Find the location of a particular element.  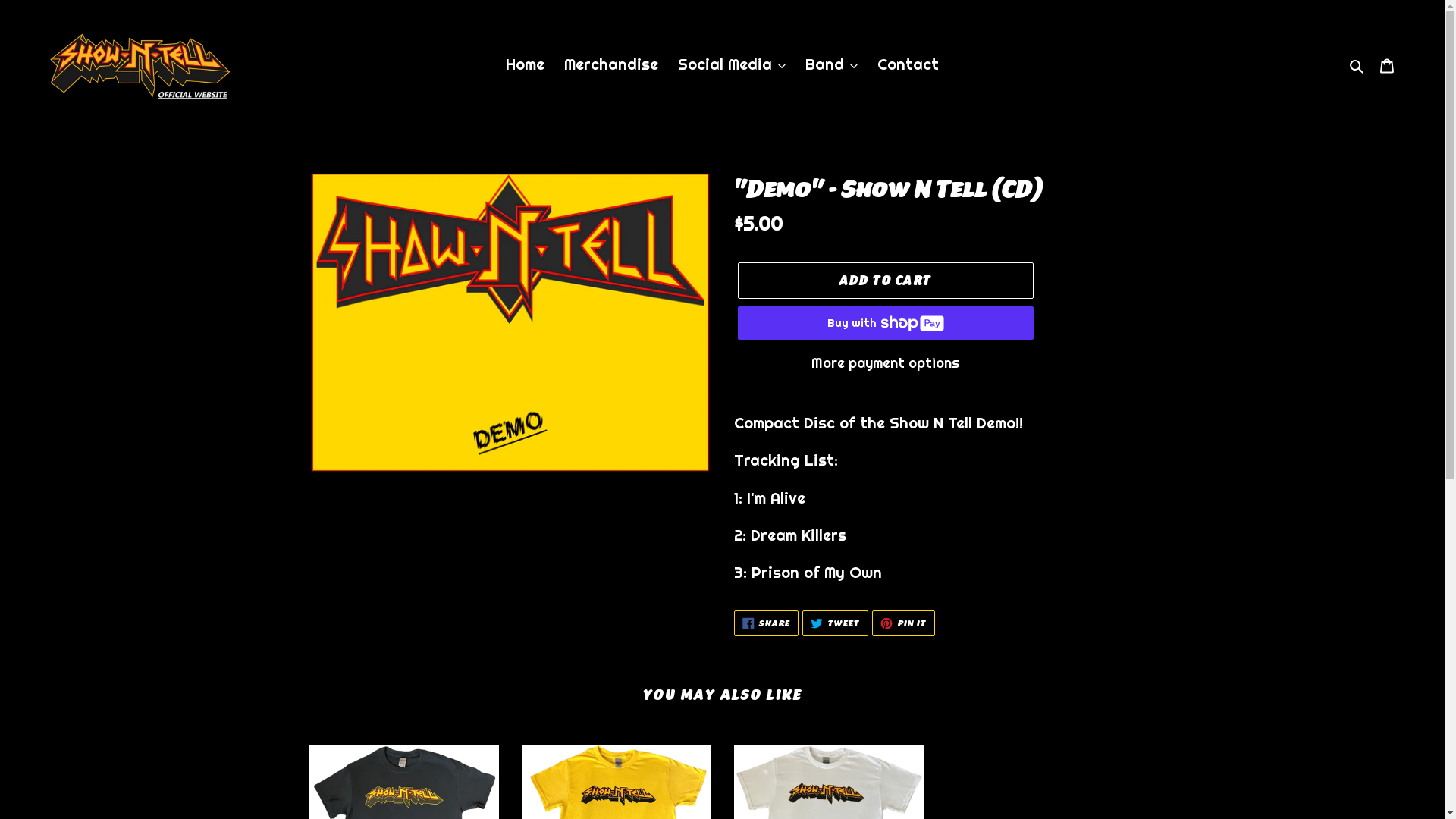

'Home' is located at coordinates (525, 63).